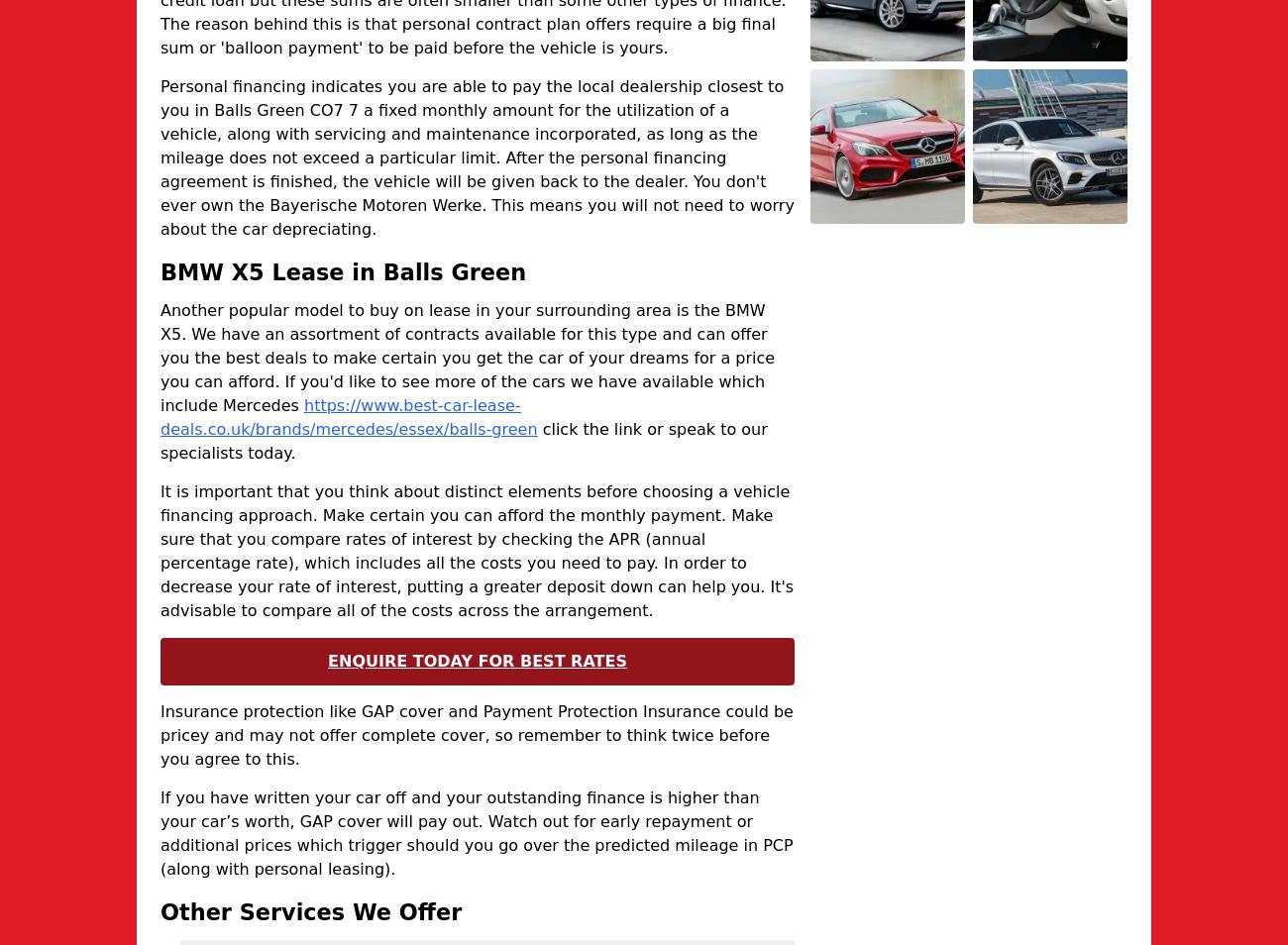  Describe the element at coordinates (476, 833) in the screenshot. I see `'If you have written your car off and your outstanding finance is higher than your car’s worth, GAP cover will pay out. Watch out for early repayment or additional prices which trigger should you go over the predicted mileage in PCP (along with personal leasing).'` at that location.